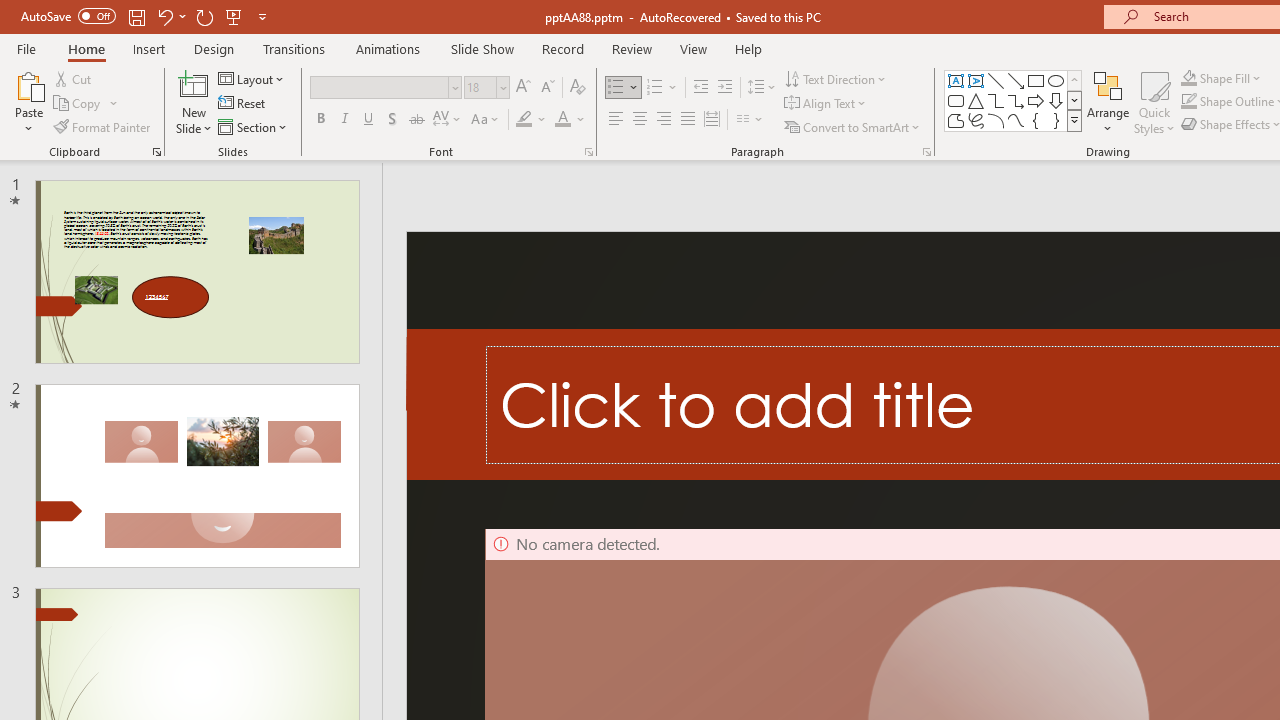 The height and width of the screenshot is (720, 1280). Describe the element at coordinates (724, 86) in the screenshot. I see `'Increase Indent'` at that location.